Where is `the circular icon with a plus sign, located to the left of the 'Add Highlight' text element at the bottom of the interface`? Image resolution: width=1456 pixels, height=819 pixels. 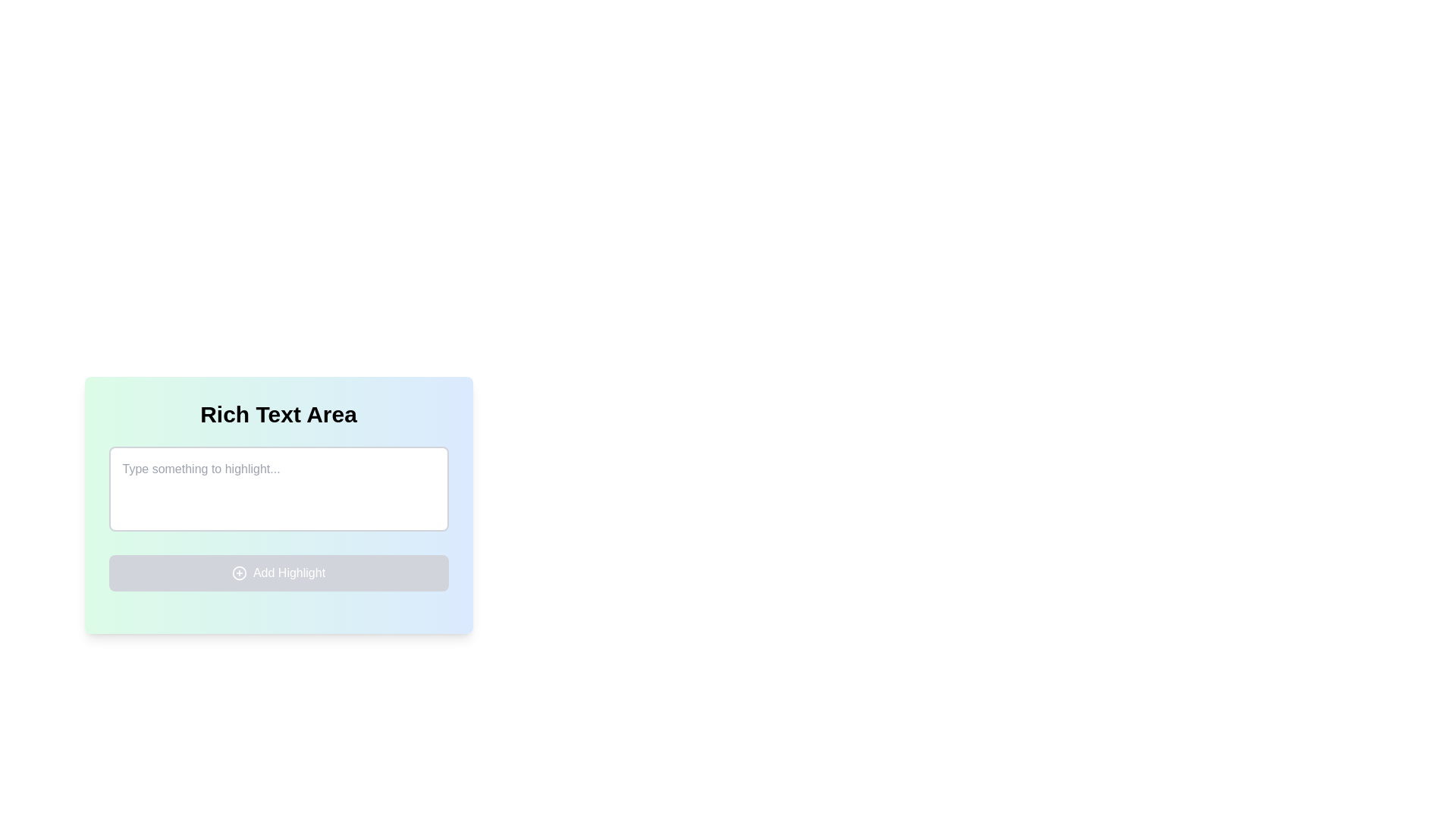
the circular icon with a plus sign, located to the left of the 'Add Highlight' text element at the bottom of the interface is located at coordinates (238, 573).